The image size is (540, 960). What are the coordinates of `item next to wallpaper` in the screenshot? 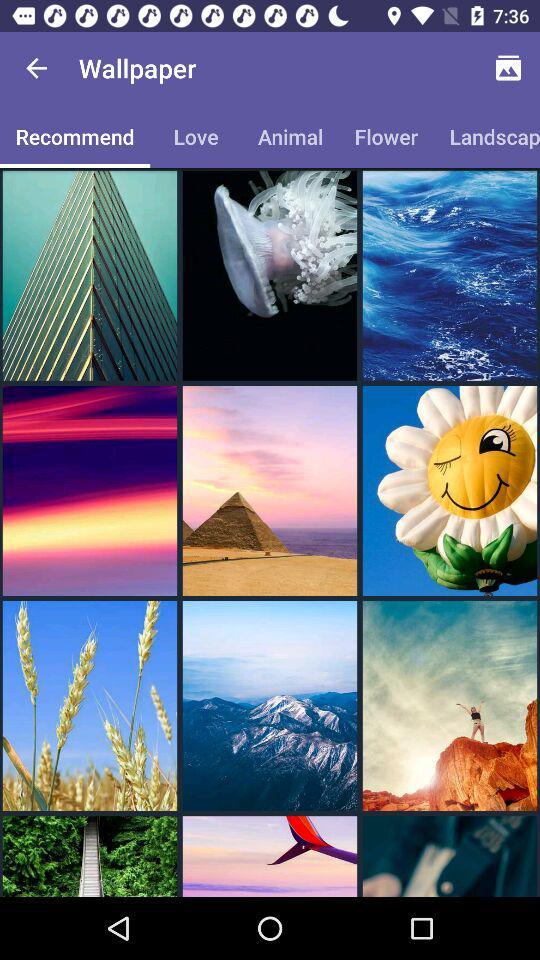 It's located at (508, 68).